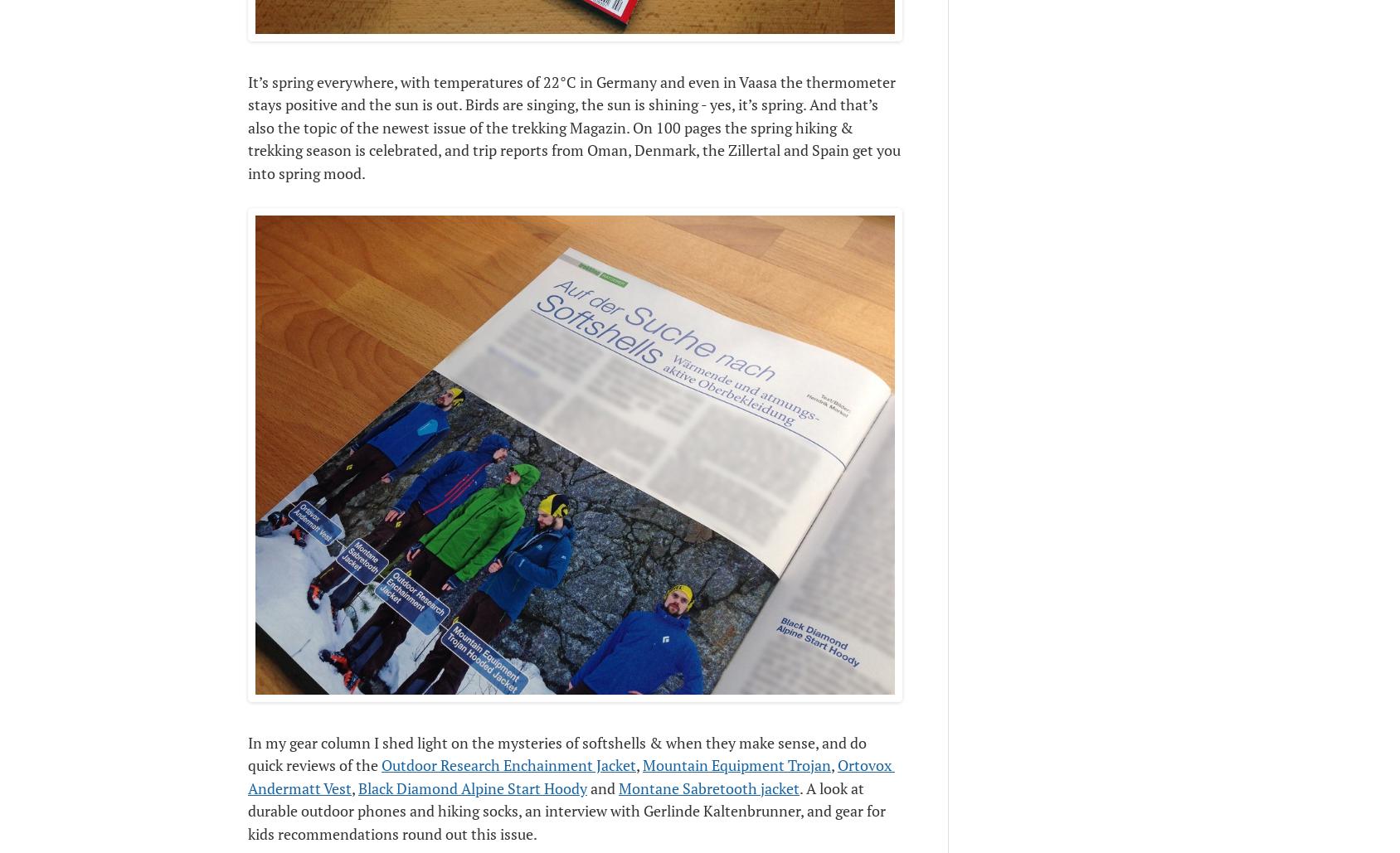  What do you see at coordinates (642, 765) in the screenshot?
I see `'Mountain Equipment Trojan'` at bounding box center [642, 765].